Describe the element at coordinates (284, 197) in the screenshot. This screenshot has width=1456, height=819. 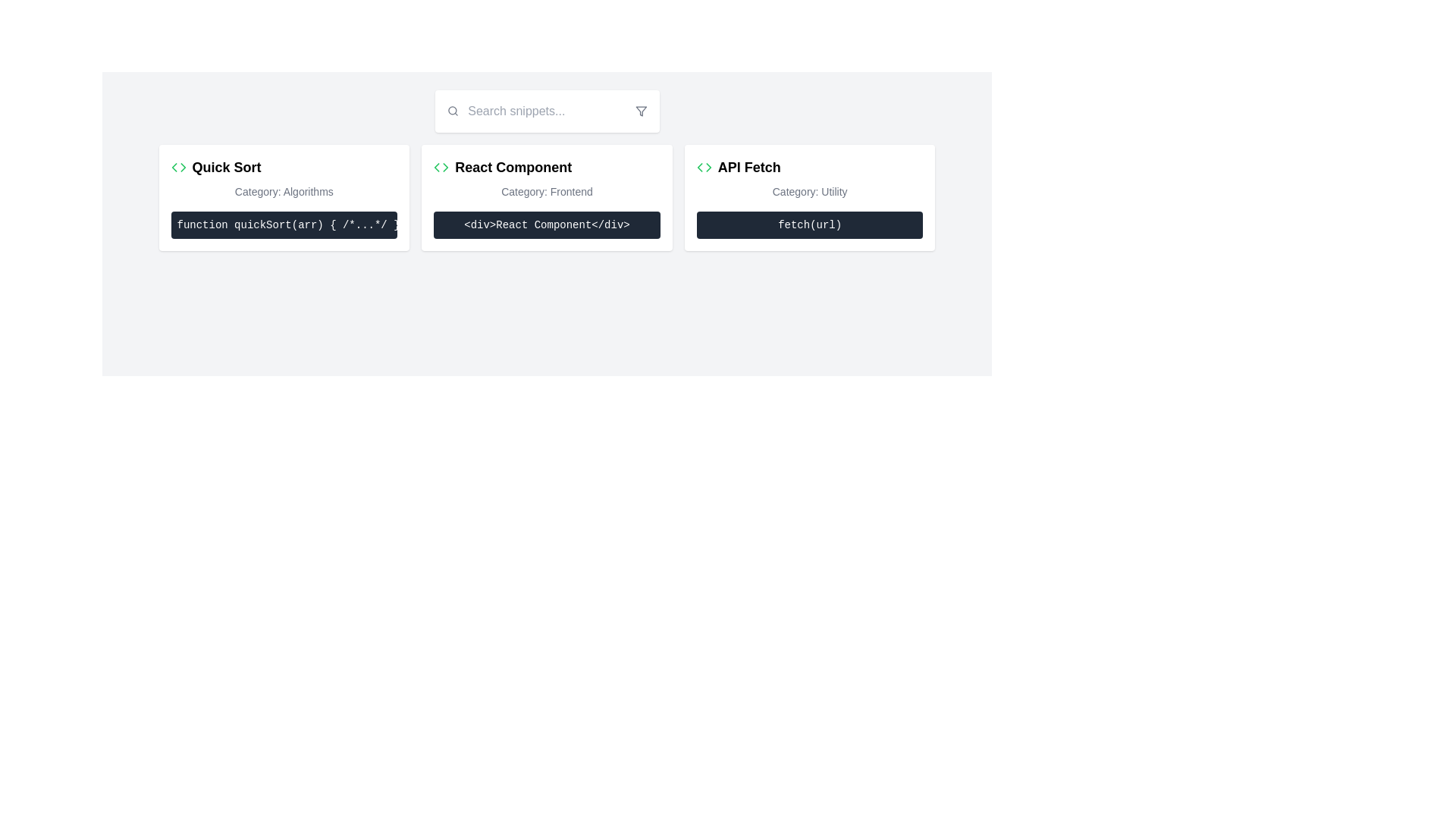
I see `the Information Card that provides details about the 'Quick Sort' algorithm, which is the first card in a grid of three cards` at that location.